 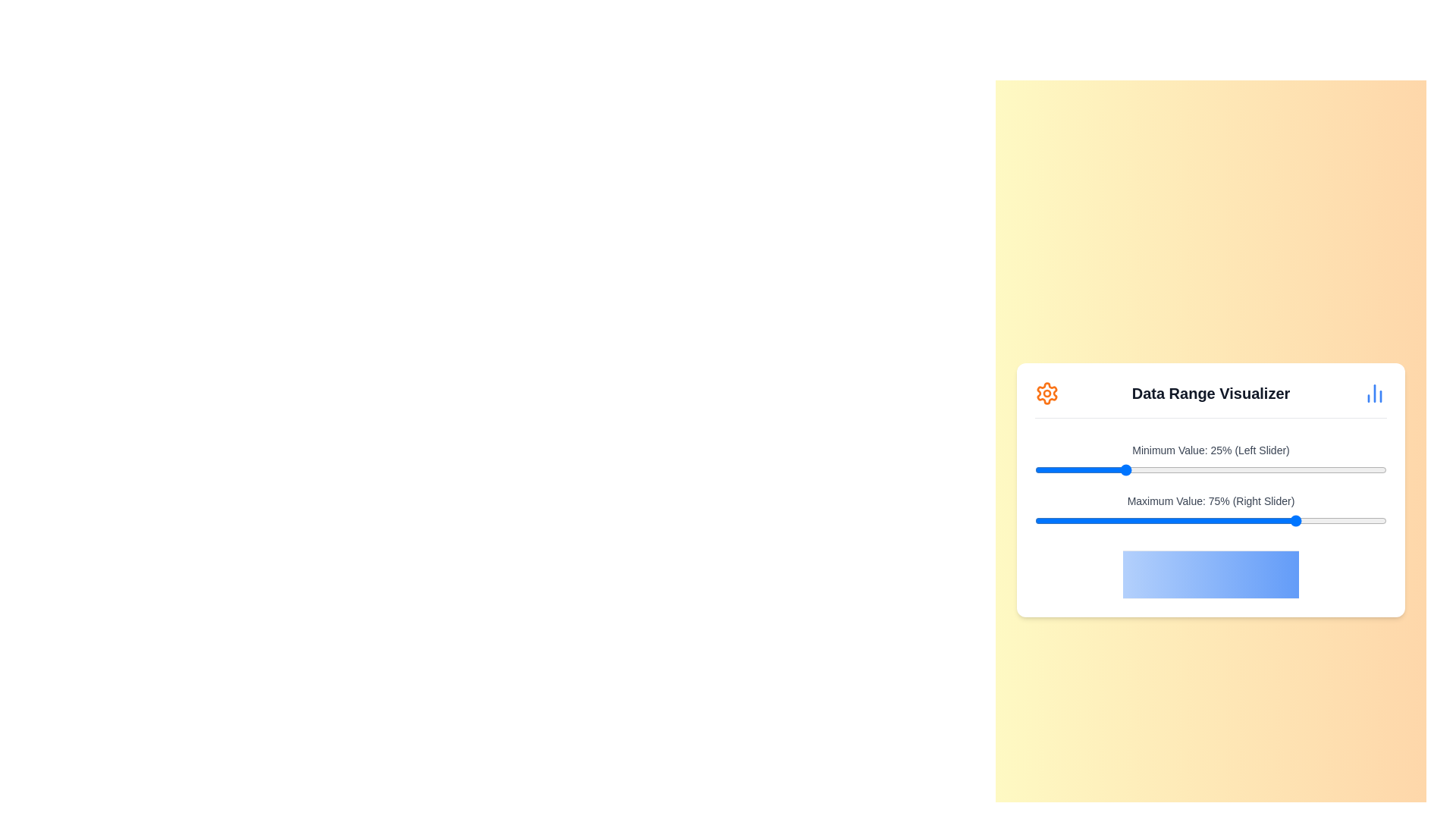 I want to click on the left slider, so click(x=1369, y=469).